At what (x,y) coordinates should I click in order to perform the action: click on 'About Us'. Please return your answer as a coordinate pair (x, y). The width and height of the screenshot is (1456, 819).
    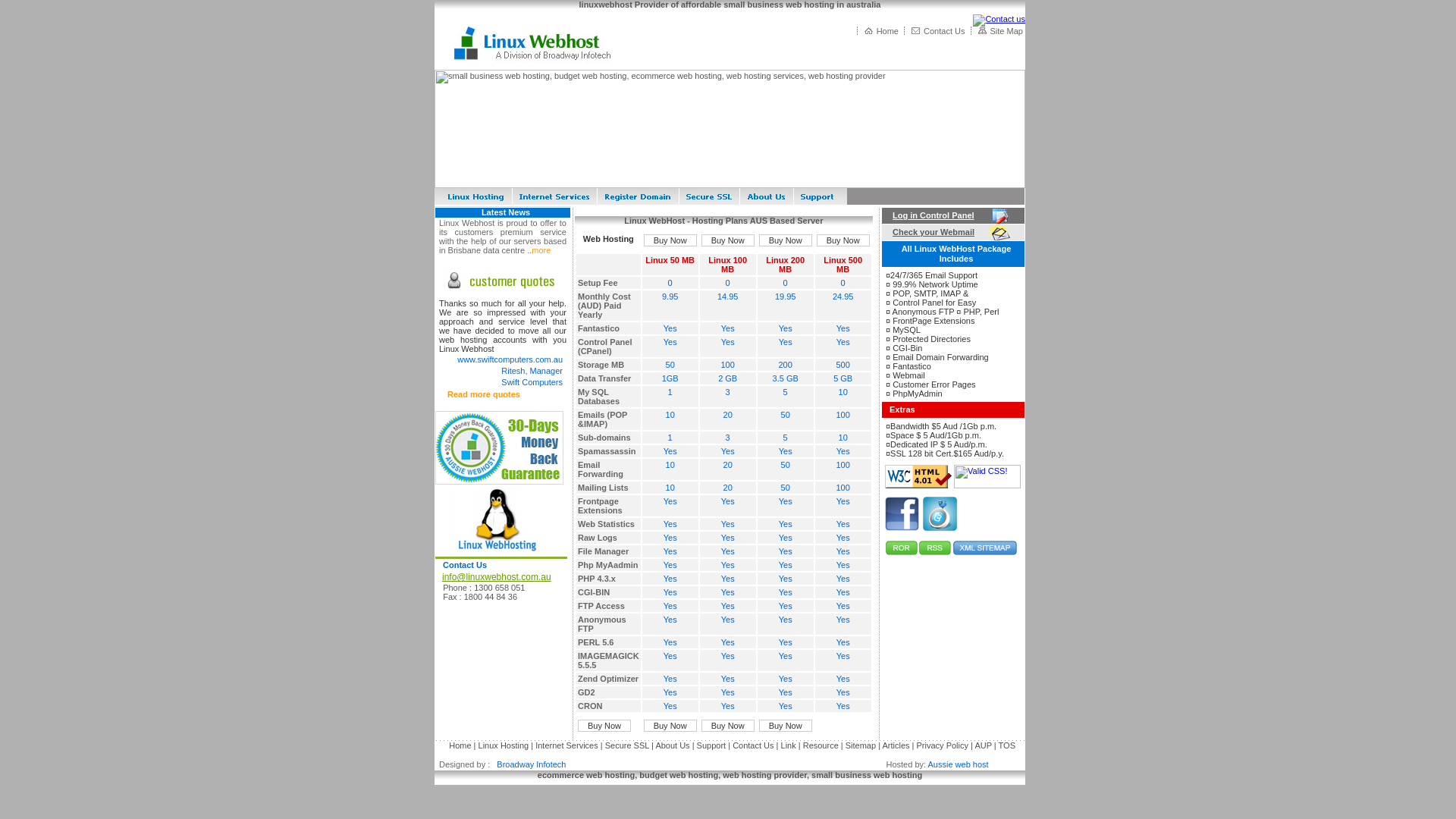
    Looking at the image, I should click on (671, 745).